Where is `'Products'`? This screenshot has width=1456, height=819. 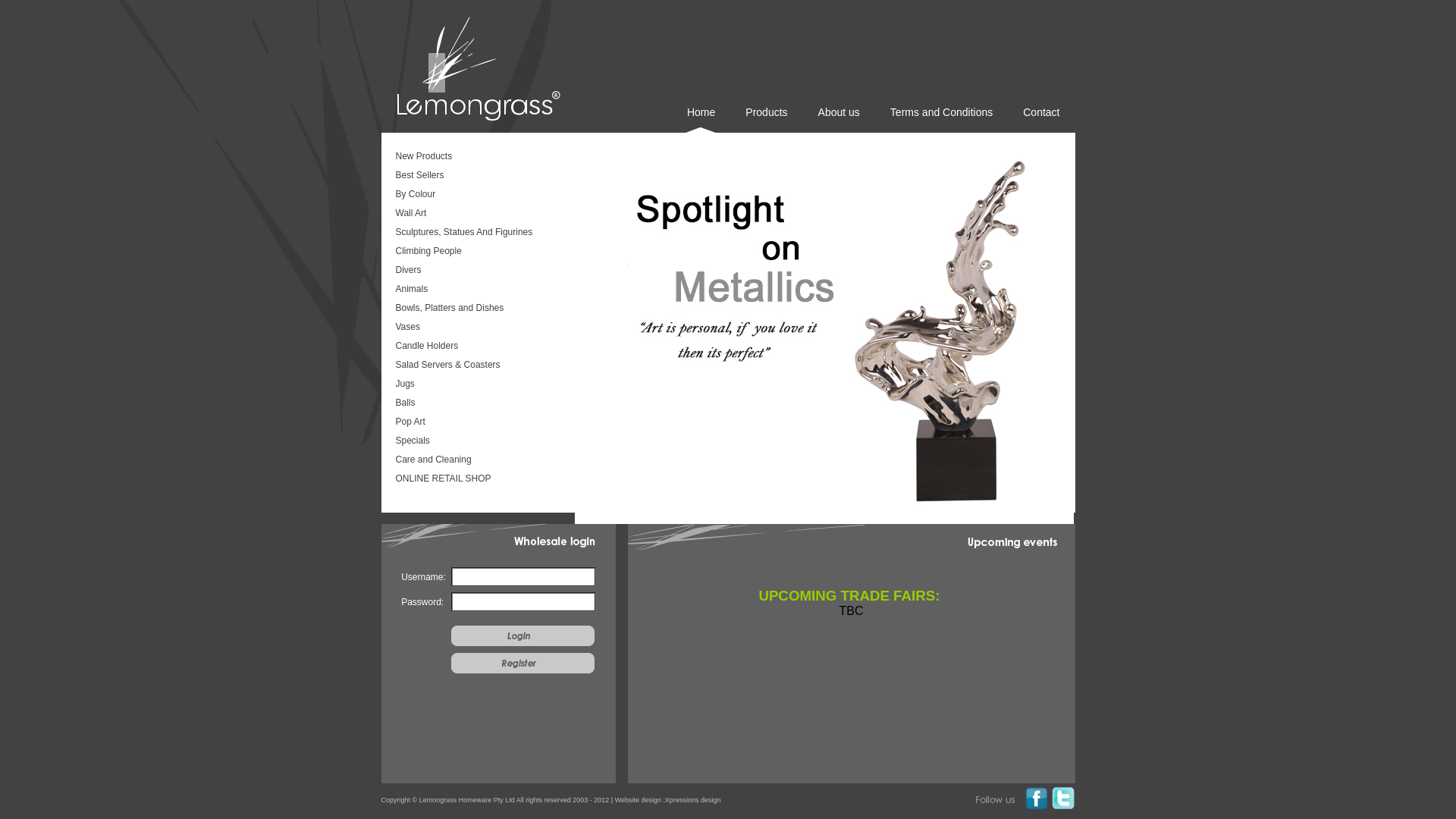
'Products' is located at coordinates (766, 118).